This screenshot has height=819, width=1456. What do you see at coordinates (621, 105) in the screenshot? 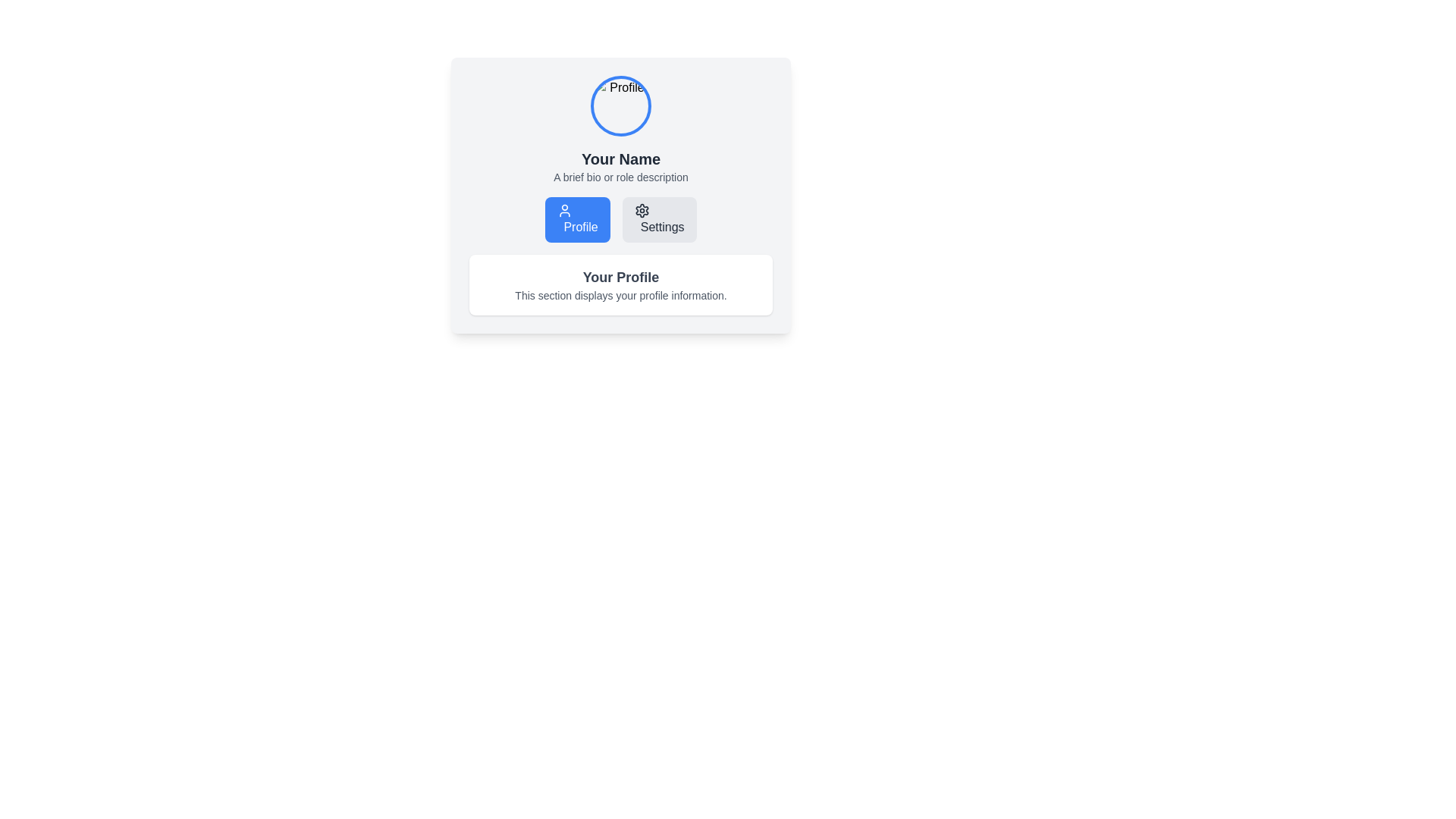
I see `the circular profile picture with a blue border located at the top-center of the card layout` at bounding box center [621, 105].